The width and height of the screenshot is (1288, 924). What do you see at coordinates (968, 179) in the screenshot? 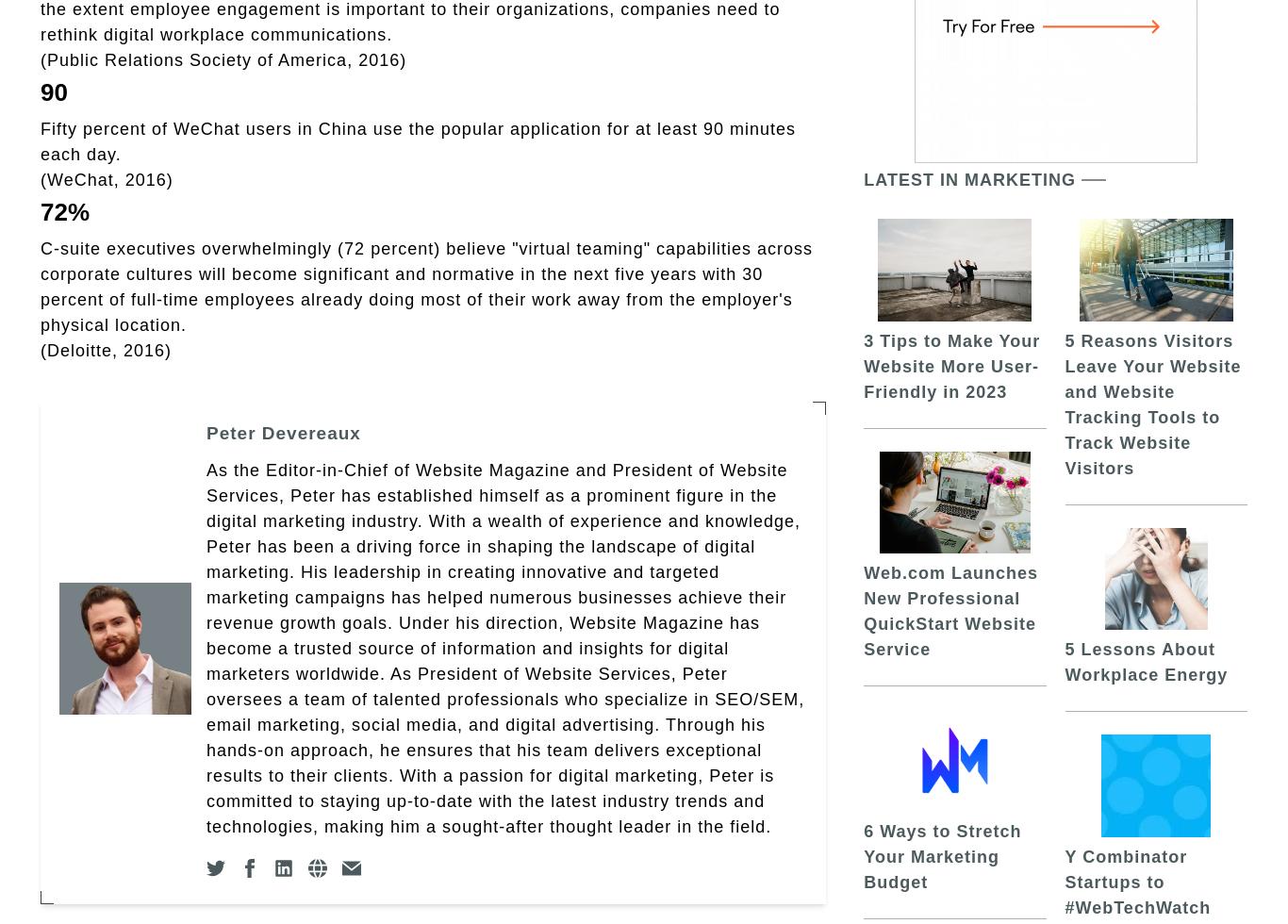
I see `'Latest in  Marketing'` at bounding box center [968, 179].